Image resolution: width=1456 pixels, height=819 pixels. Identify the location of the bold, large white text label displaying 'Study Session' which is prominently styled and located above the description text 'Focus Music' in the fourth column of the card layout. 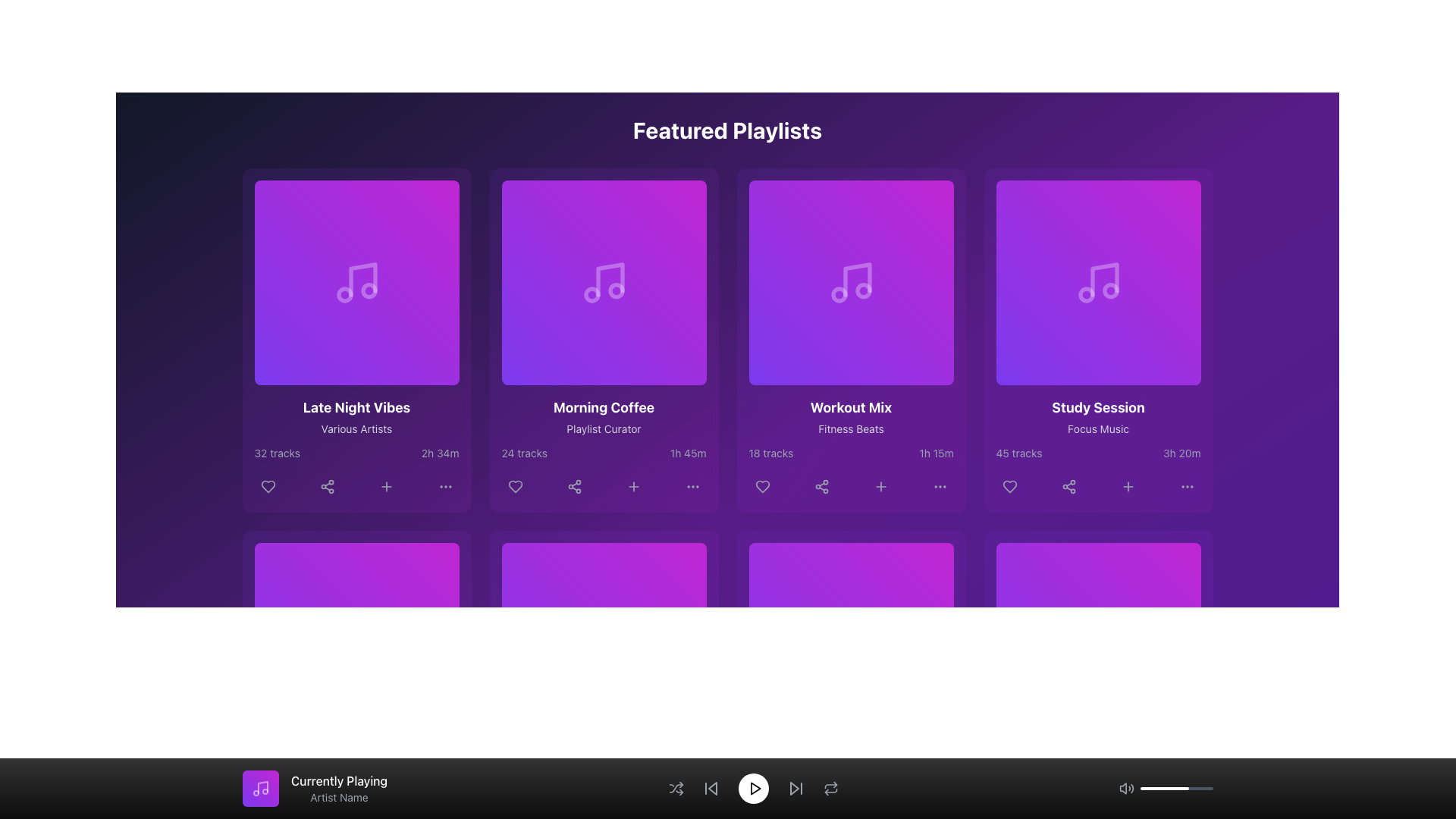
(1098, 406).